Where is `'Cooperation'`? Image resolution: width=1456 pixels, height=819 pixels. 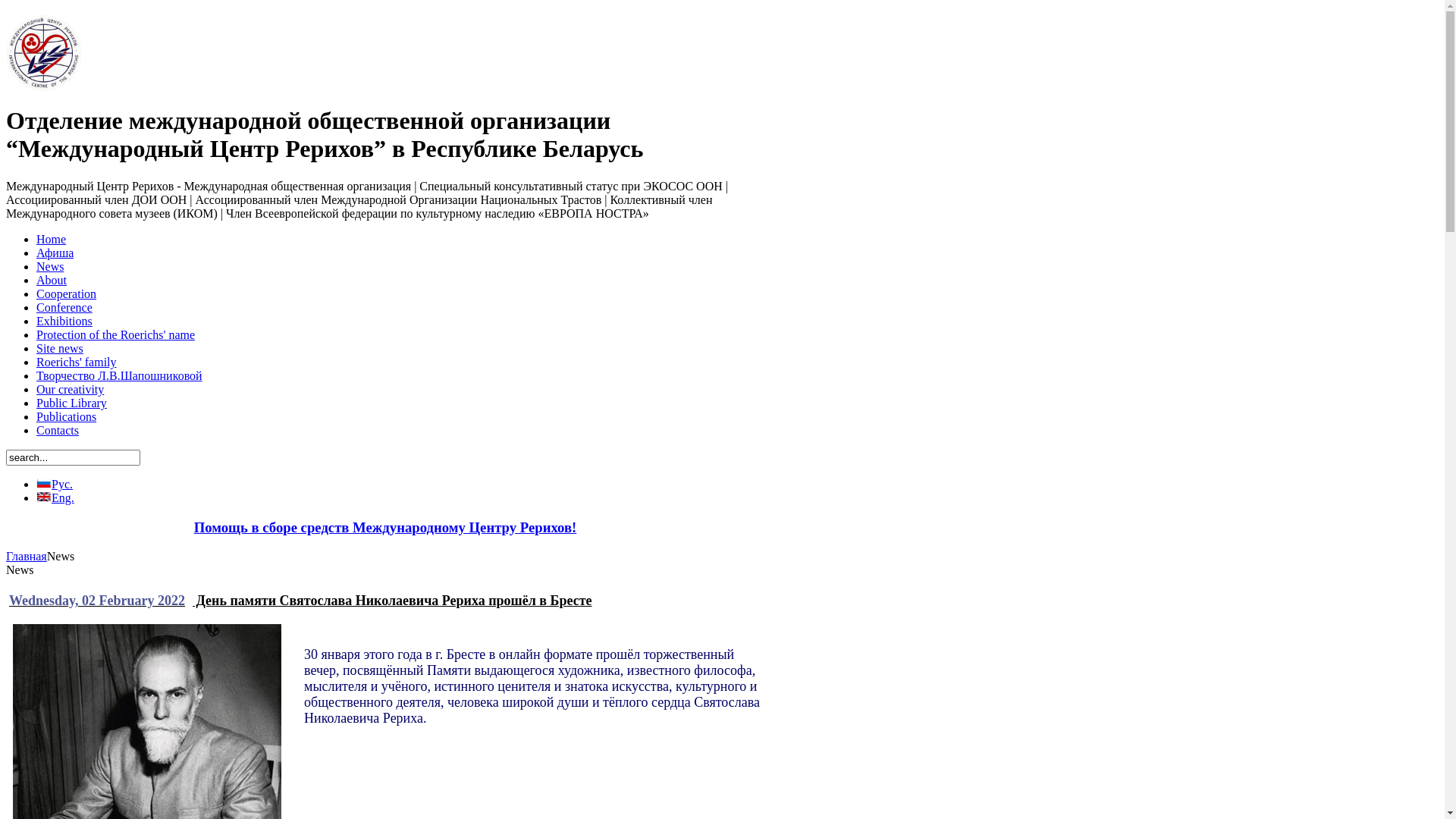
'Cooperation' is located at coordinates (65, 293).